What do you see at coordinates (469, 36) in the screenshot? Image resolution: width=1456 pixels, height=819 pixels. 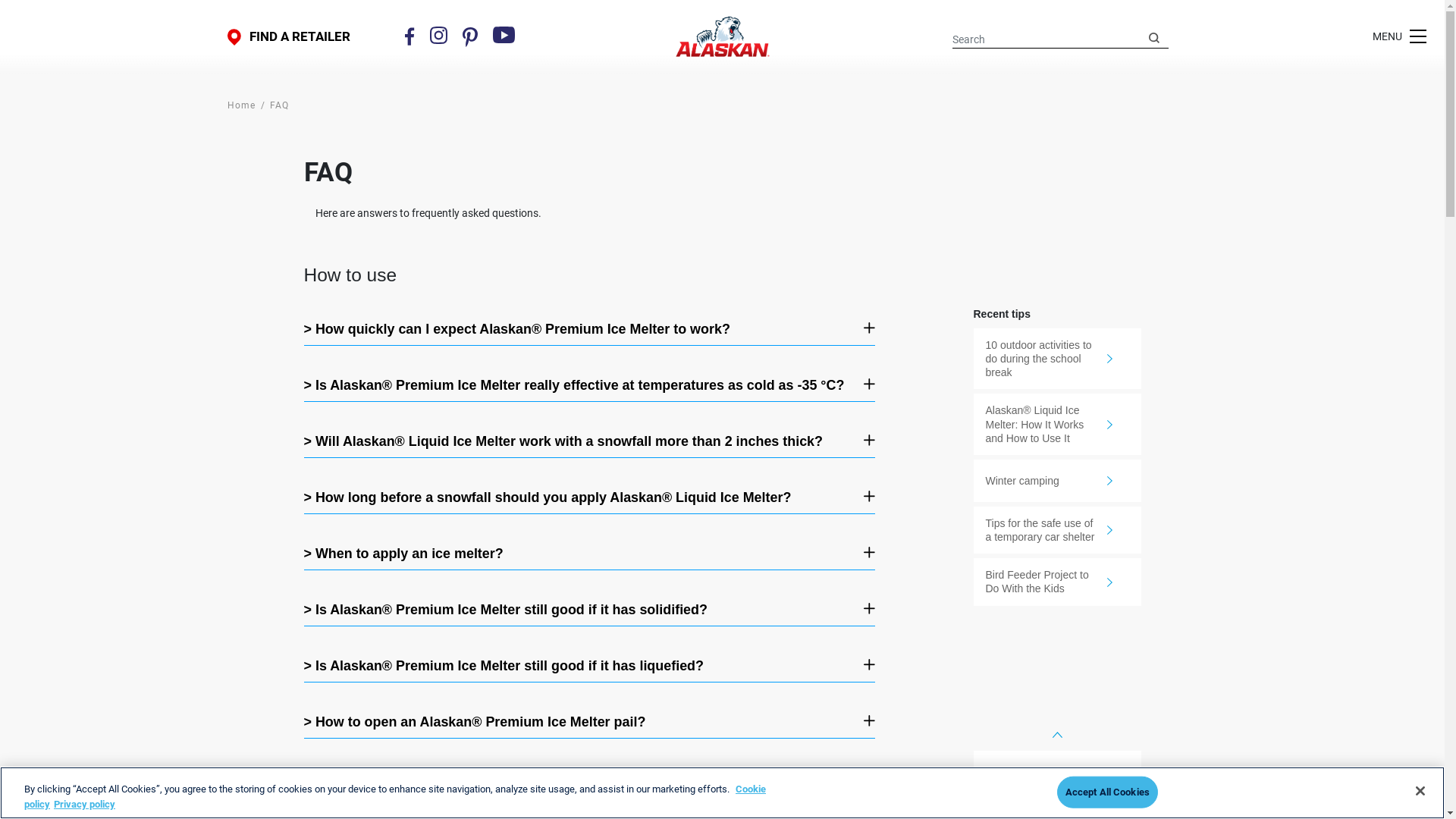 I see `'Pinterest'` at bounding box center [469, 36].